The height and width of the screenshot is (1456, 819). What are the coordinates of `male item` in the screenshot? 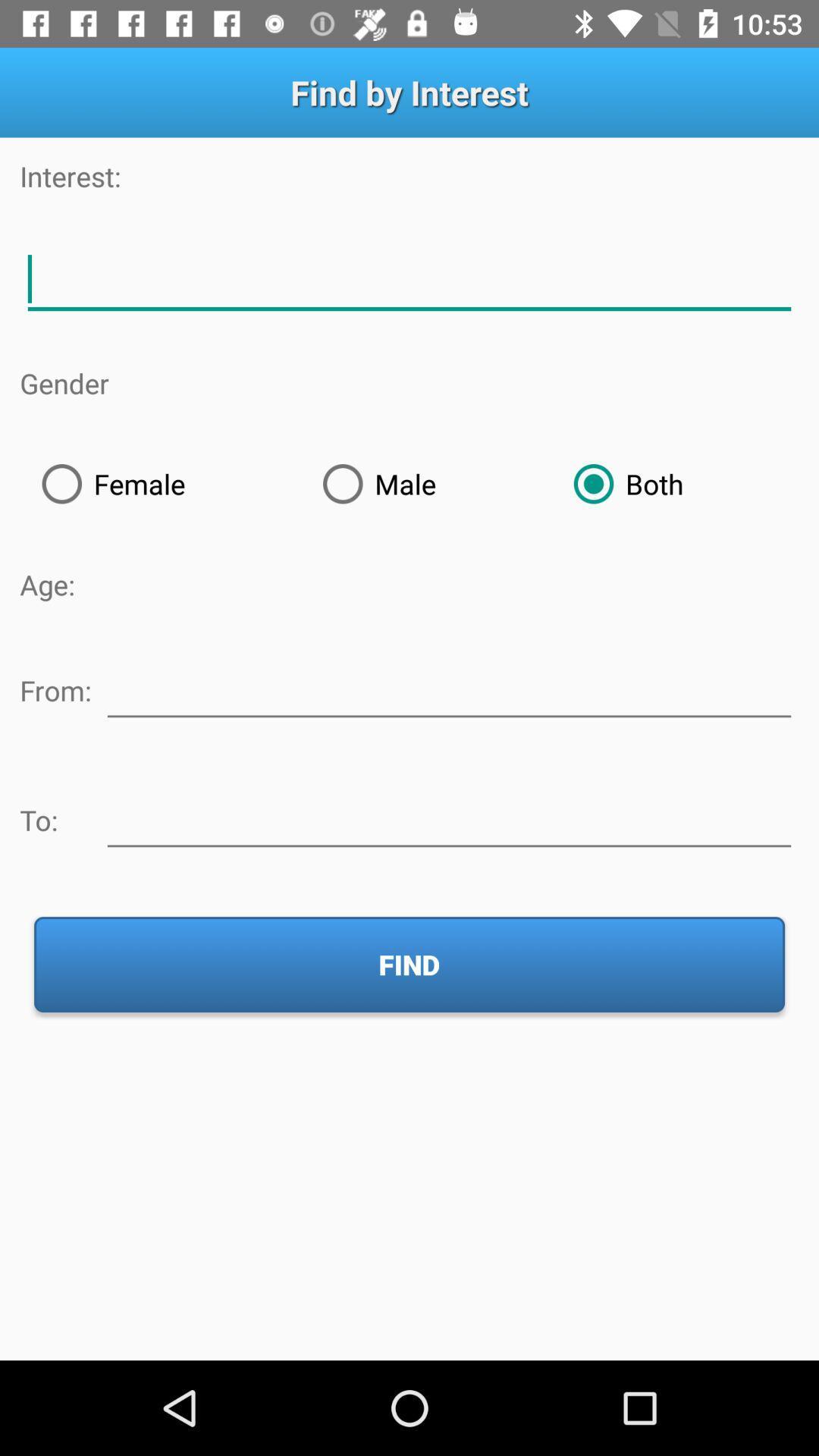 It's located at (426, 483).